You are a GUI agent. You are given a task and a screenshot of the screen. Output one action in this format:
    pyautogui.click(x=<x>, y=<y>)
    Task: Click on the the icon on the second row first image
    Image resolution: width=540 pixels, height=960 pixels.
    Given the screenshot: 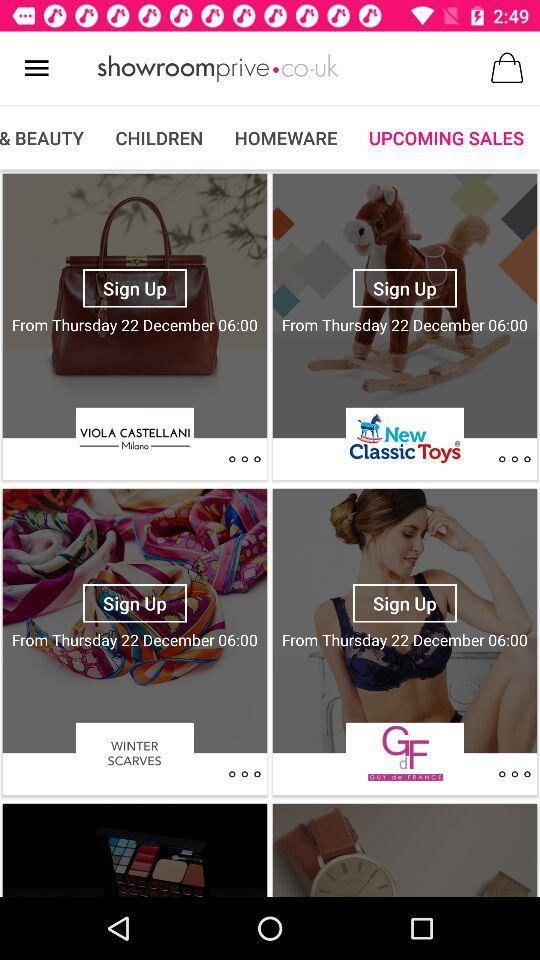 What is the action you would take?
    pyautogui.click(x=244, y=773)
    